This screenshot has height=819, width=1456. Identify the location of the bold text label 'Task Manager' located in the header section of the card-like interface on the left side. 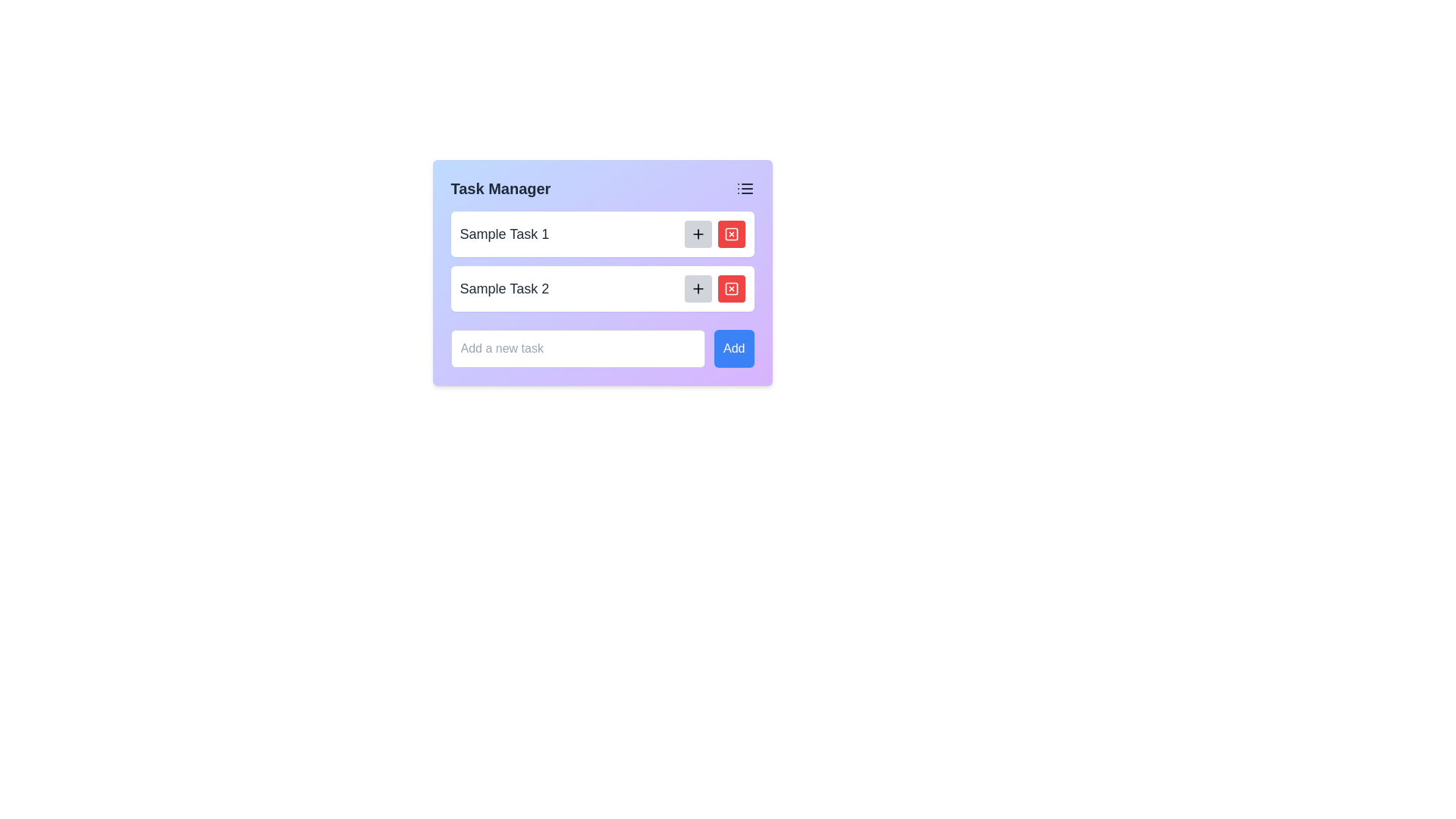
(500, 188).